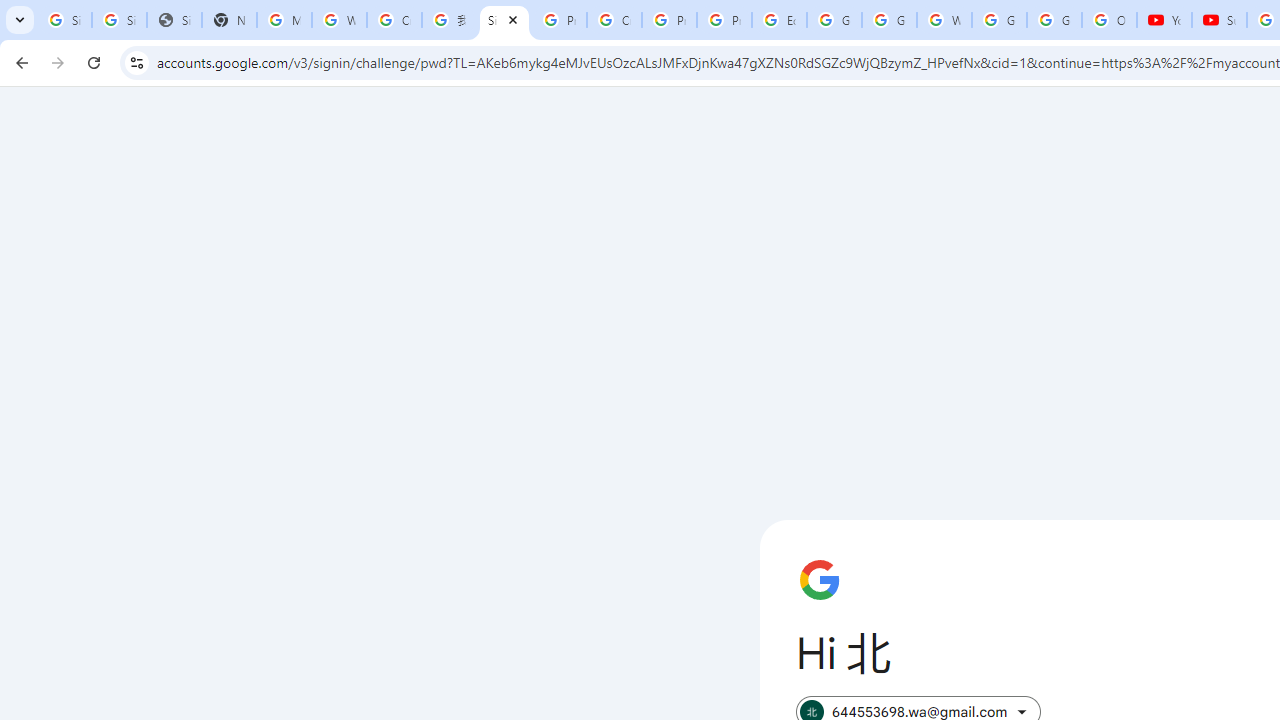 The width and height of the screenshot is (1280, 720). I want to click on 'Welcome to My Activity', so click(943, 20).